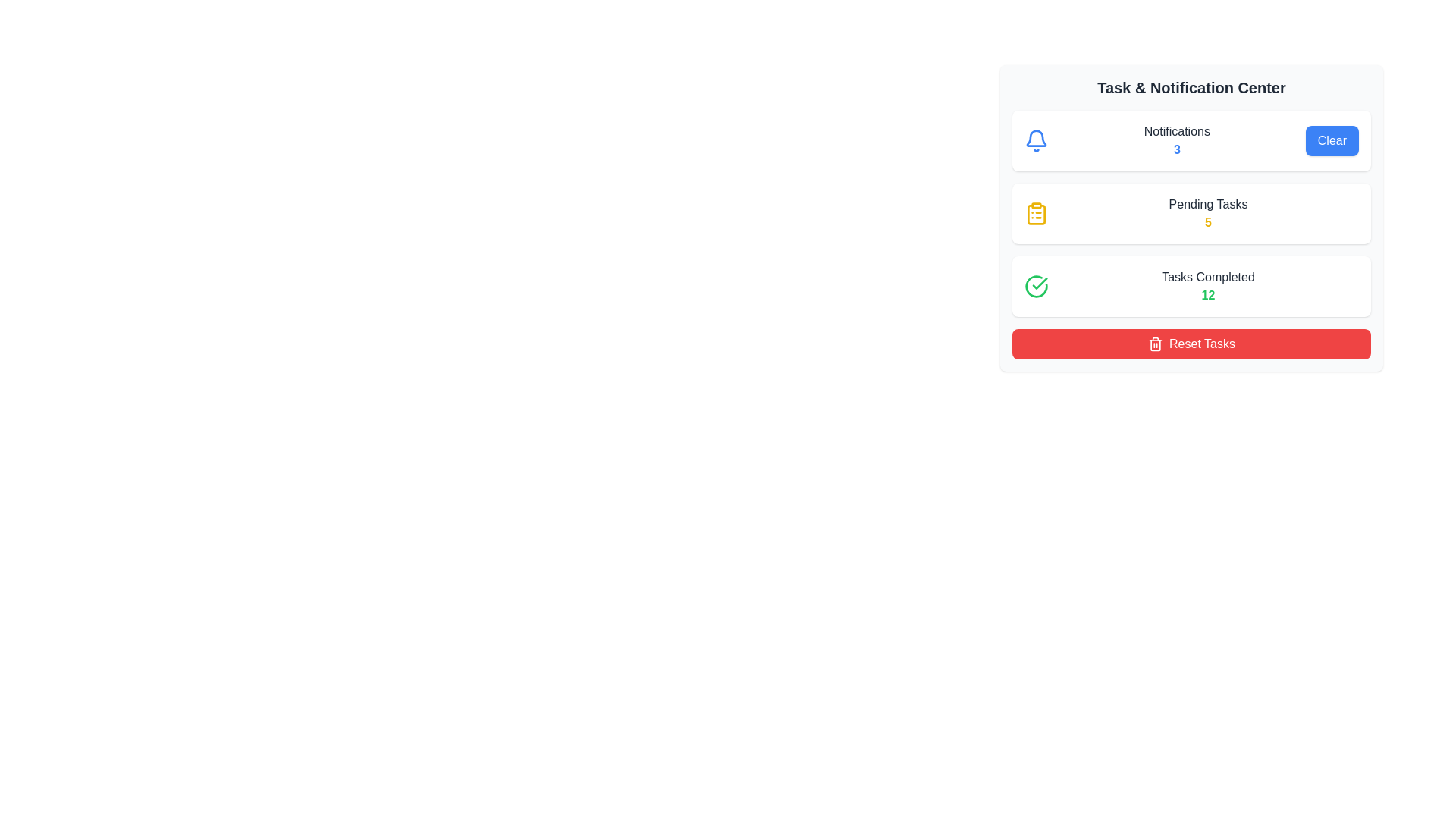 The image size is (1456, 819). I want to click on the label in the Task & Notification Center that describes the count of tasks completed, positioned above the bold number '12', so click(1207, 278).